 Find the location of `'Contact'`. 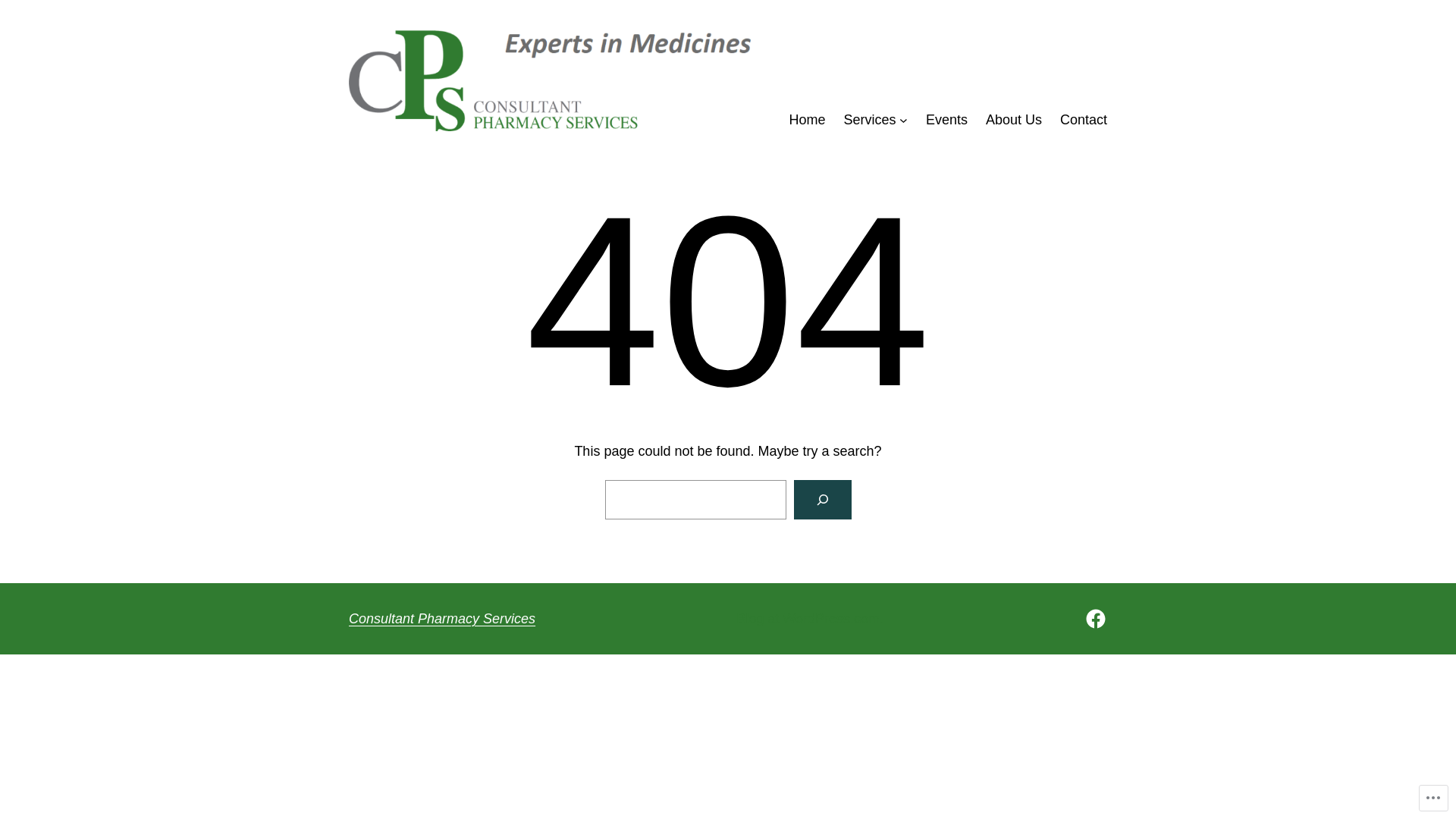

'Contact' is located at coordinates (1083, 119).